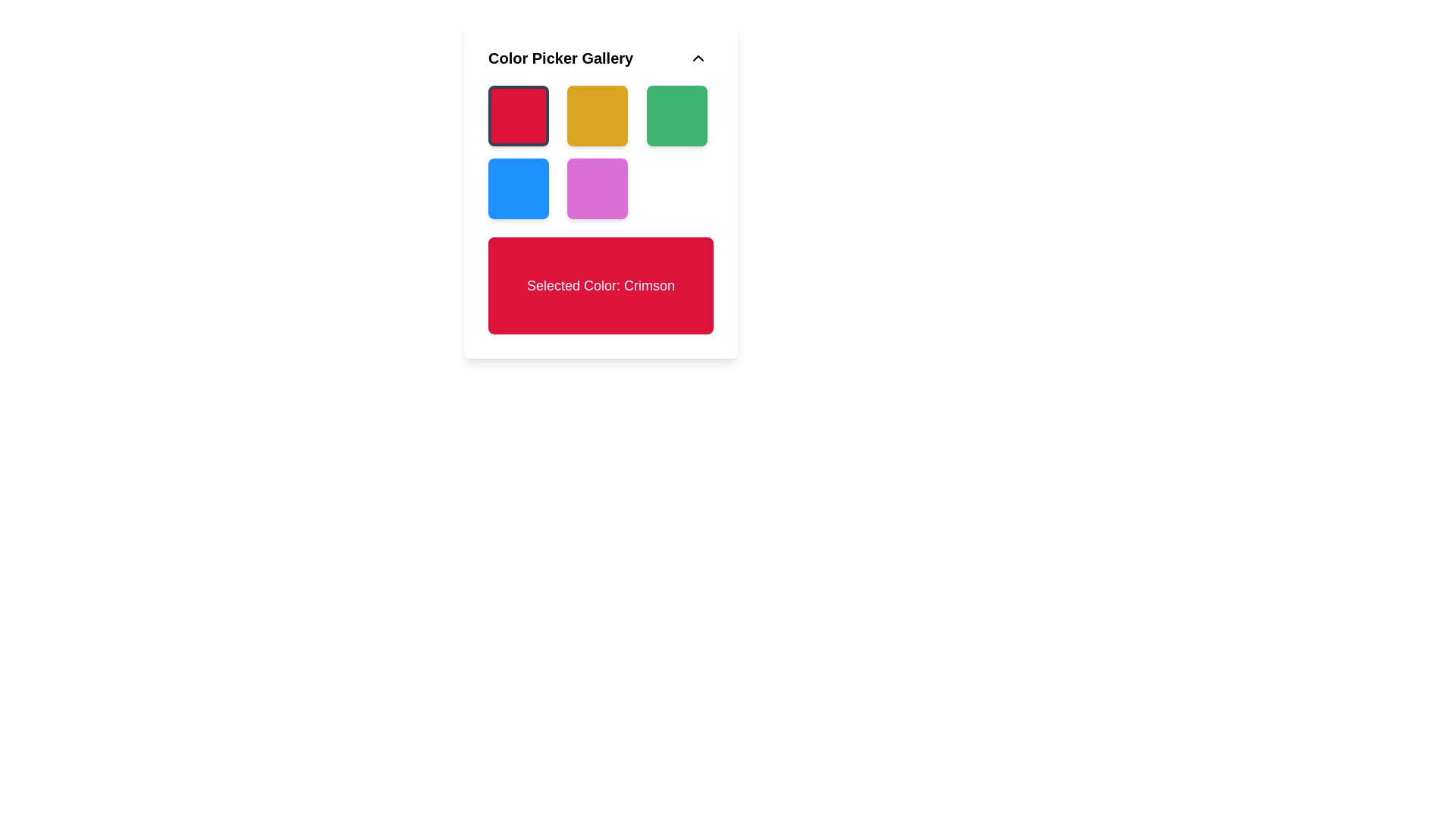 This screenshot has height=819, width=1456. What do you see at coordinates (597, 188) in the screenshot?
I see `the 'Orchid' color selection button located in the second row and second column of the 3x2 grid` at bounding box center [597, 188].